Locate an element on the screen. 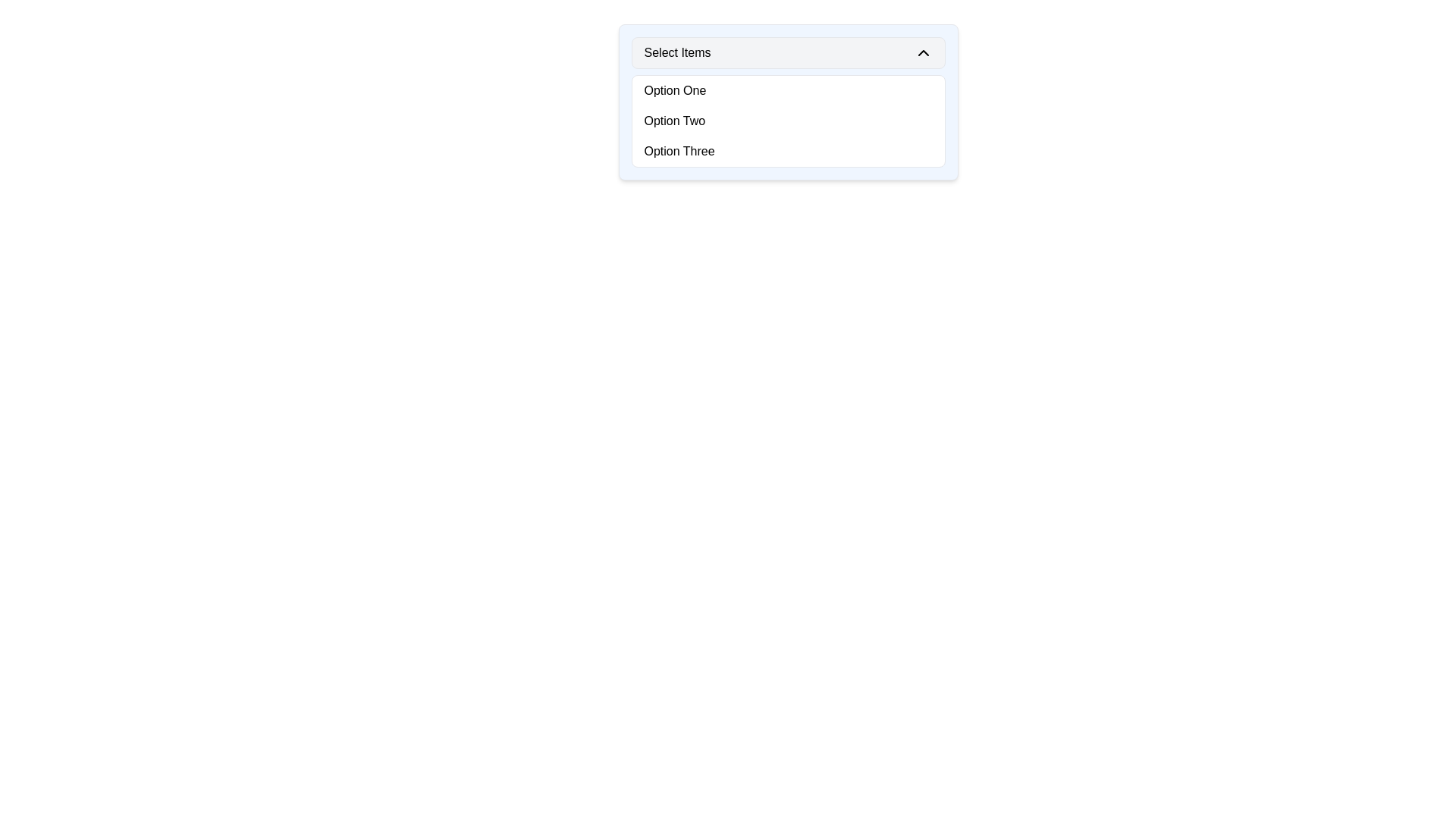  the dropdown menu located below 'Select Items' is located at coordinates (788, 120).